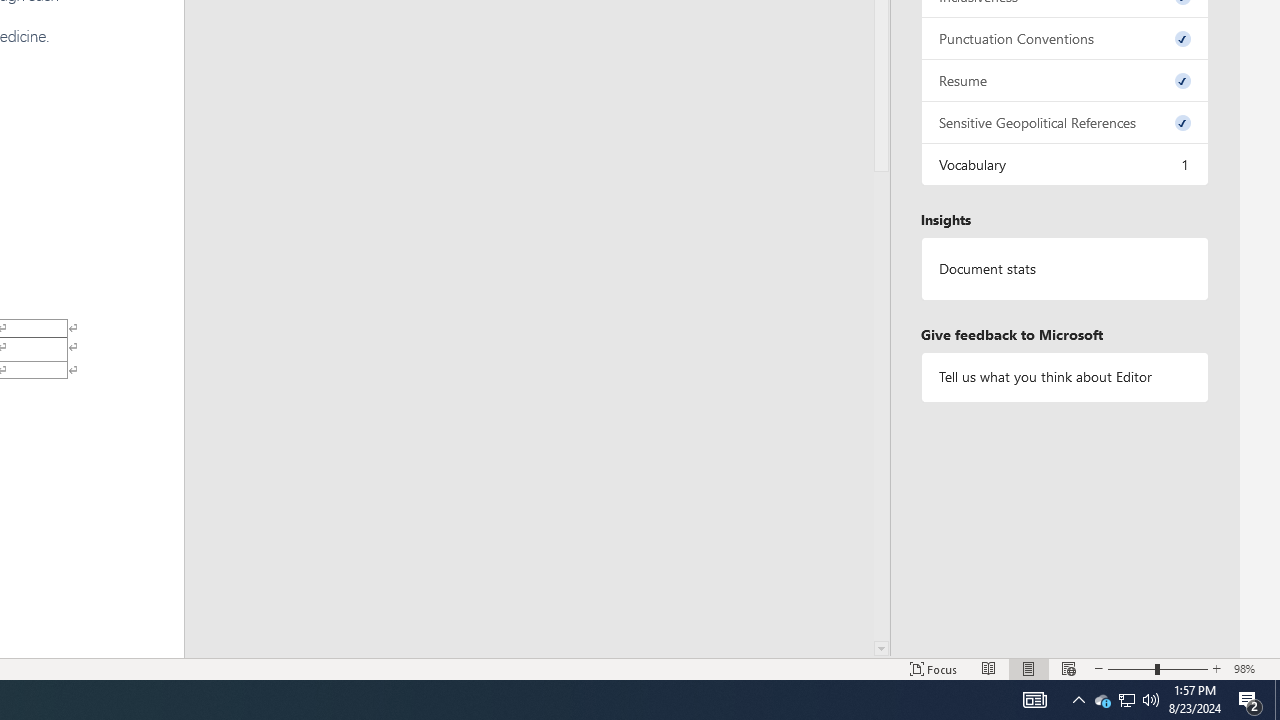  Describe the element at coordinates (1063, 79) in the screenshot. I see `'Resume, 0 issues. Press space or enter to review items.'` at that location.